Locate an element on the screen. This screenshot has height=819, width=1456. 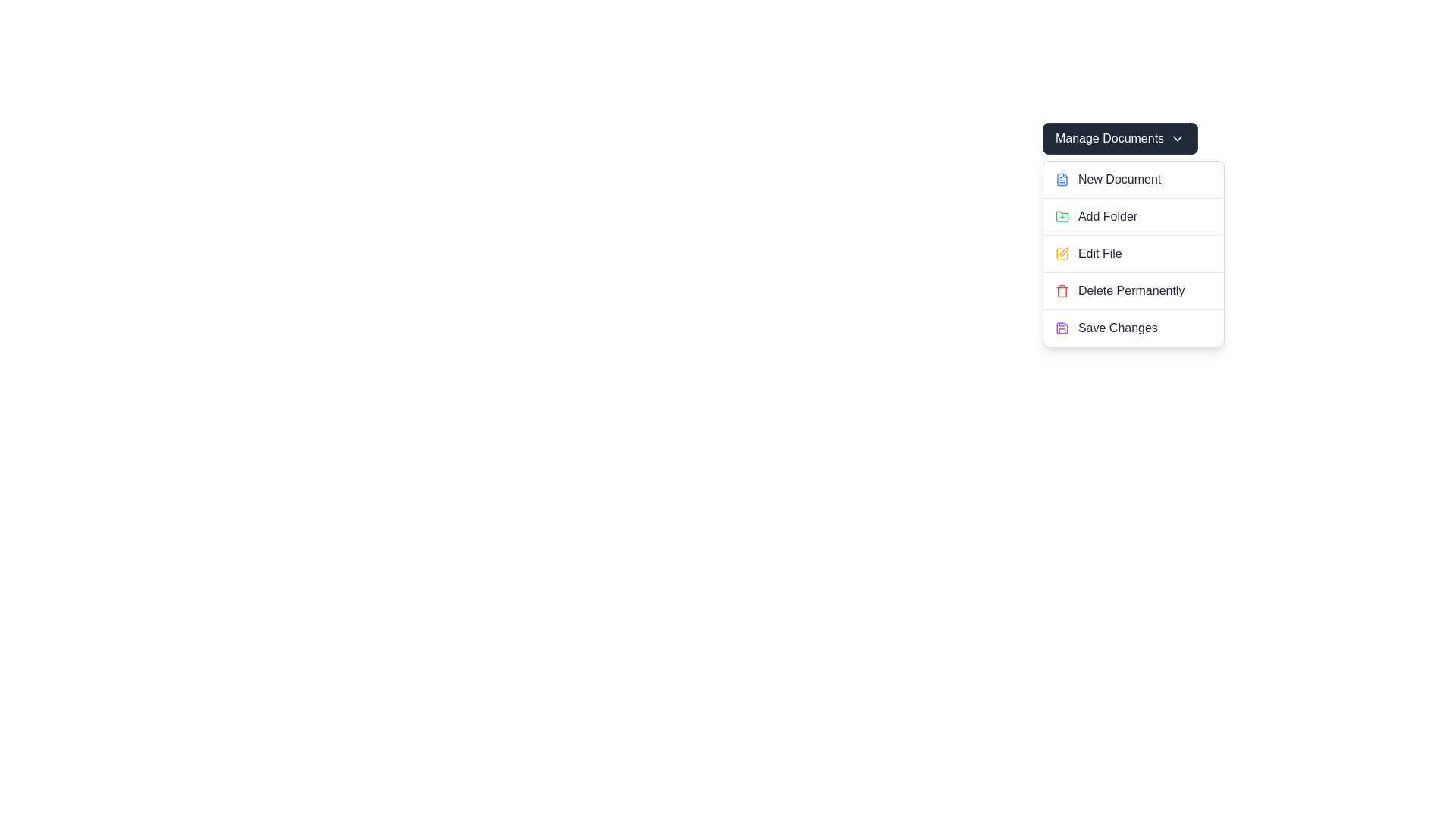
the pen-shaped icon located in the top-right corner beneath the 'Edit File' label is located at coordinates (1063, 251).